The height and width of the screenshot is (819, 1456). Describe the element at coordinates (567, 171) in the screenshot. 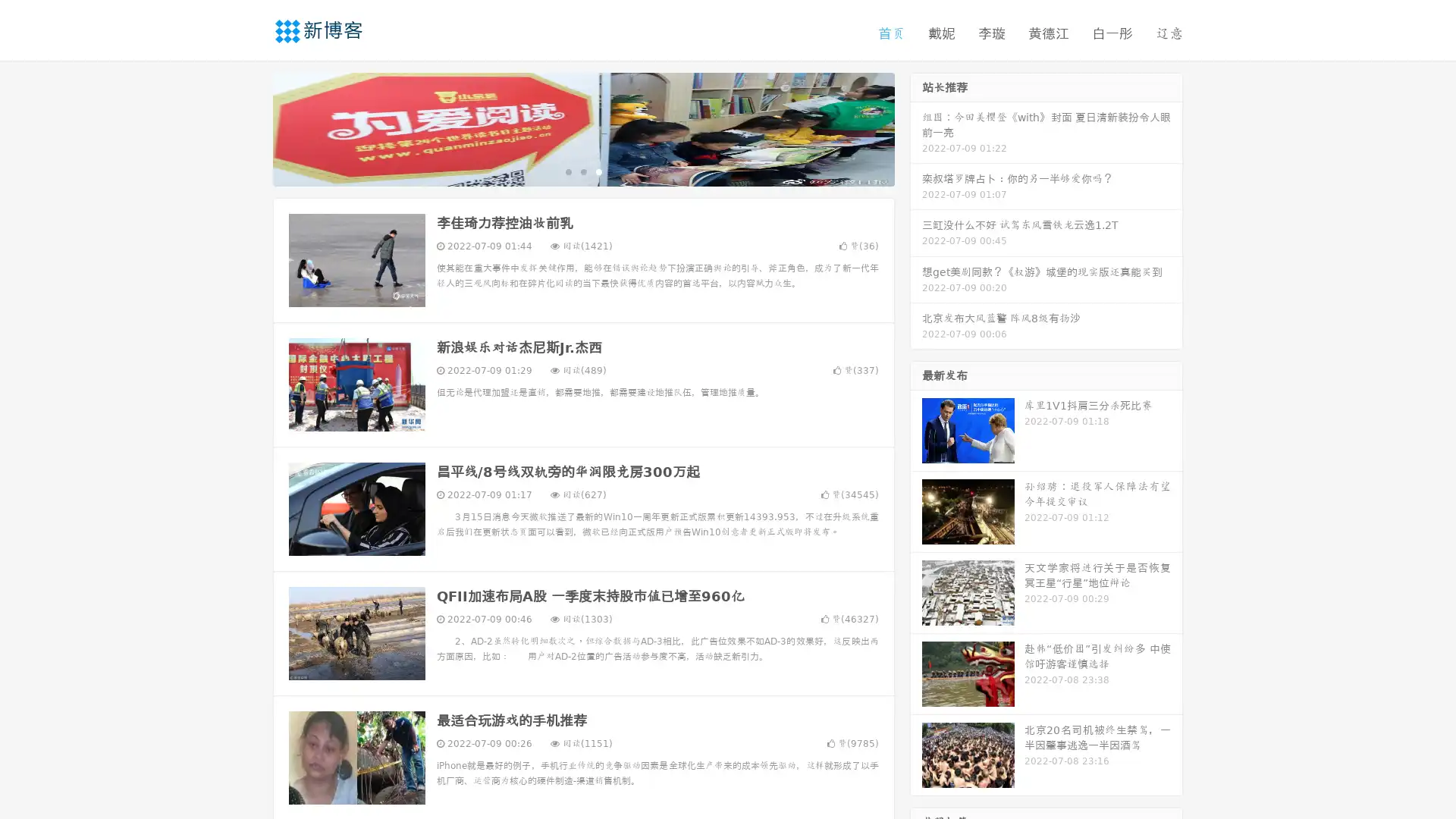

I see `Go to slide 1` at that location.